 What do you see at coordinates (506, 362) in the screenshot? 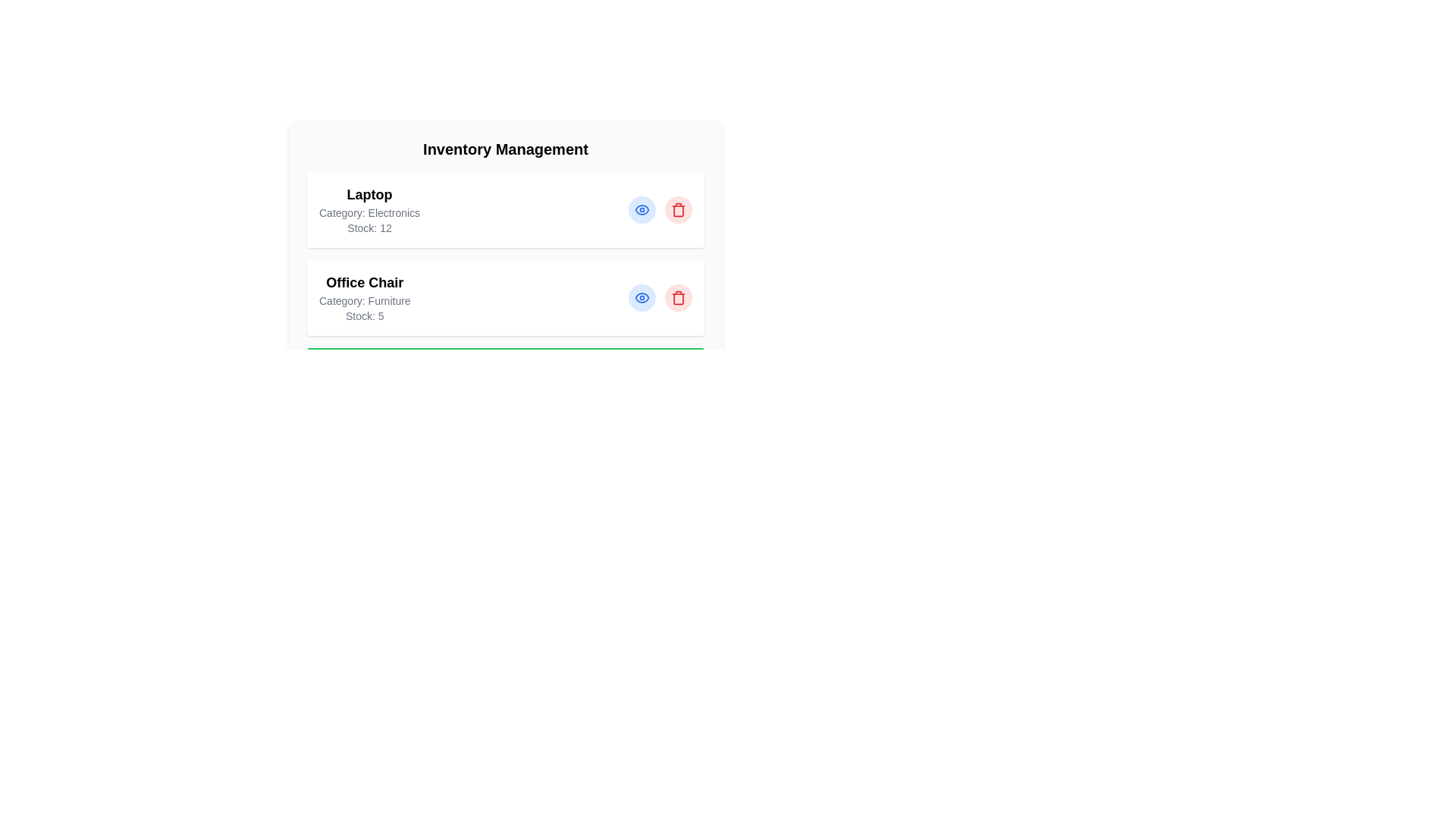
I see `the 'Add Item' button to add a new item to the inventory` at bounding box center [506, 362].